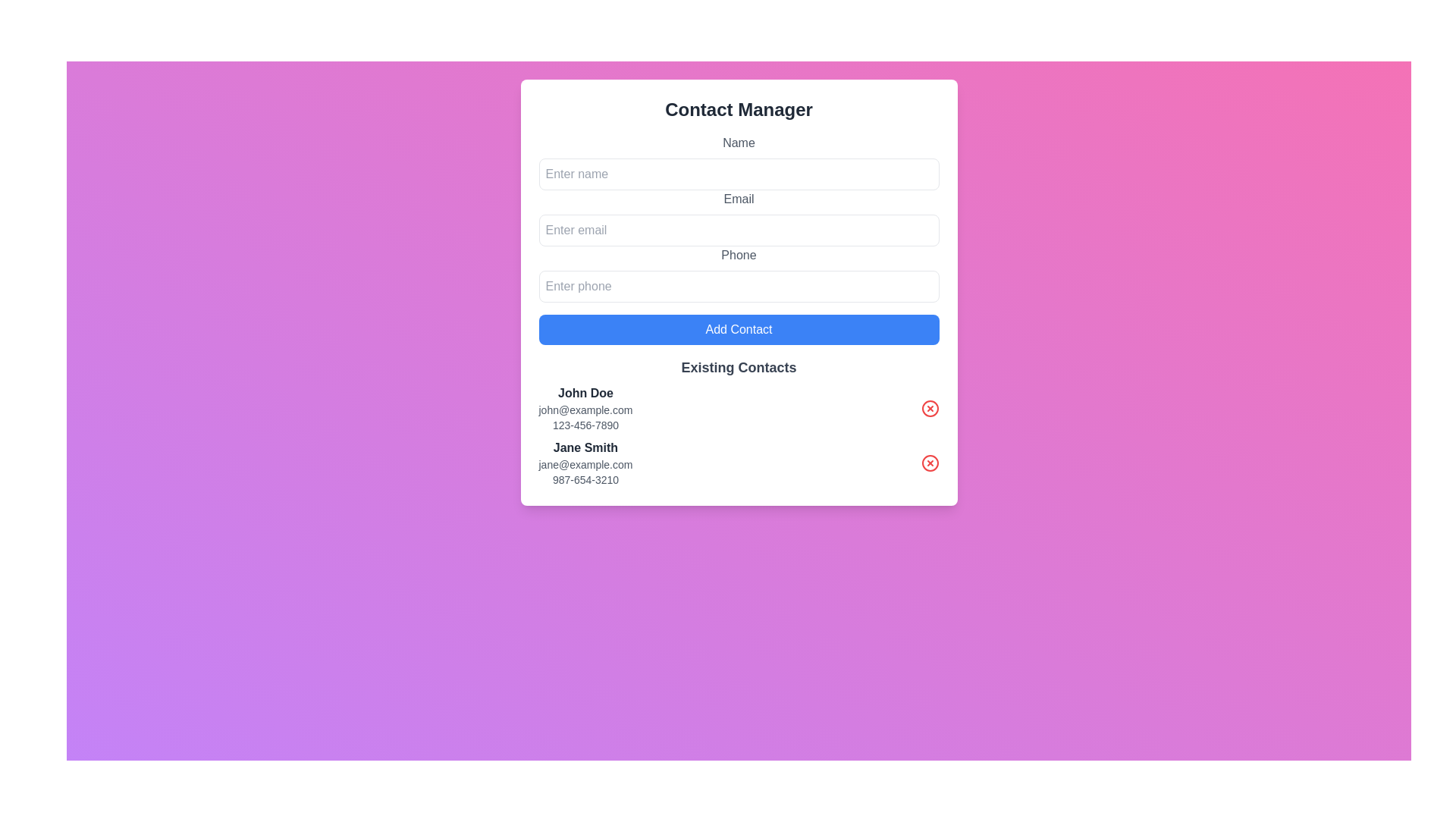 Image resolution: width=1456 pixels, height=819 pixels. Describe the element at coordinates (585, 425) in the screenshot. I see `the static text label displaying the phone number for the contact 'John Doe' in the 'Existing Contacts' section` at that location.